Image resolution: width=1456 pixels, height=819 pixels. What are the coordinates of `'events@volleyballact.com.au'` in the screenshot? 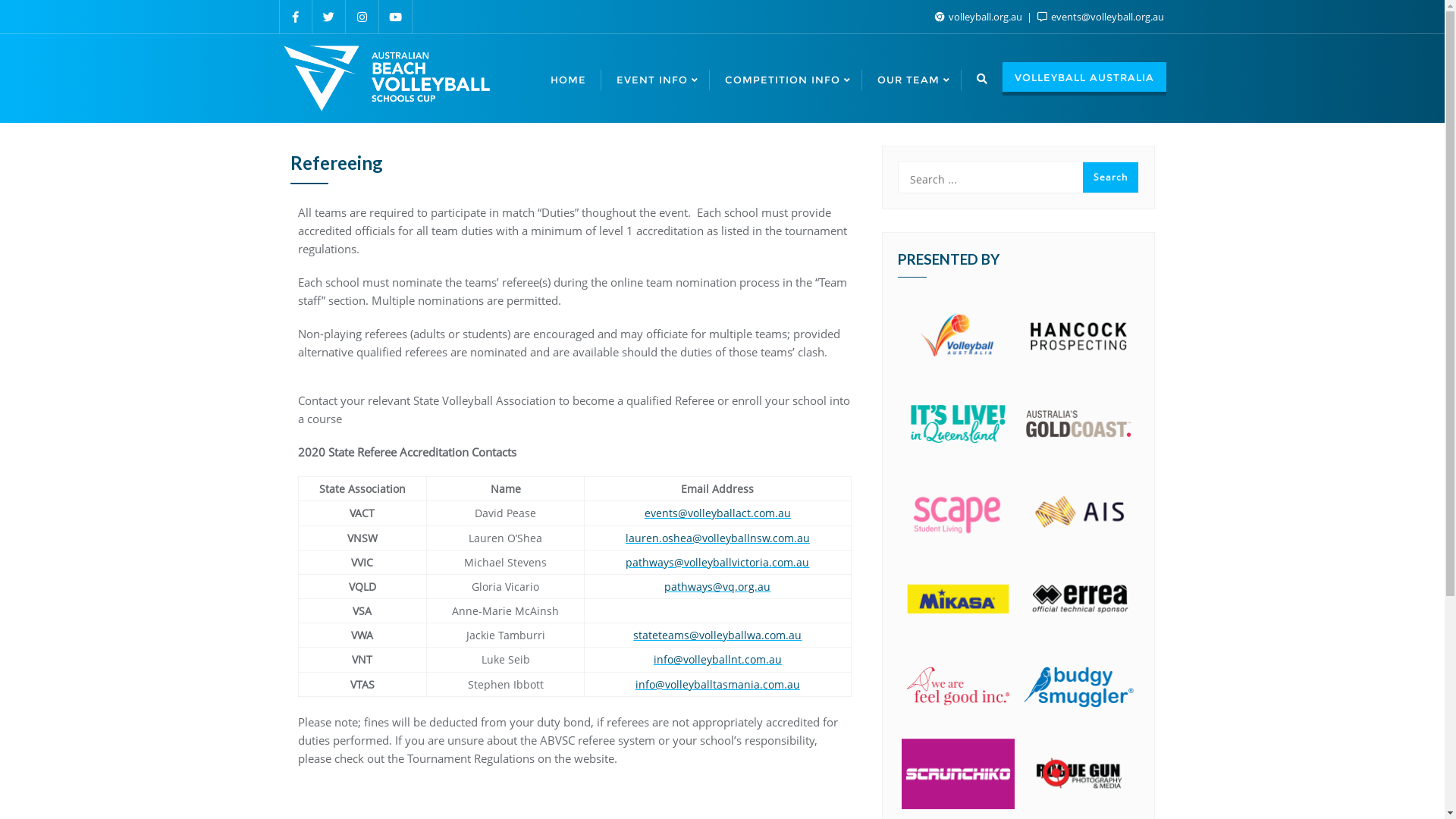 It's located at (717, 512).